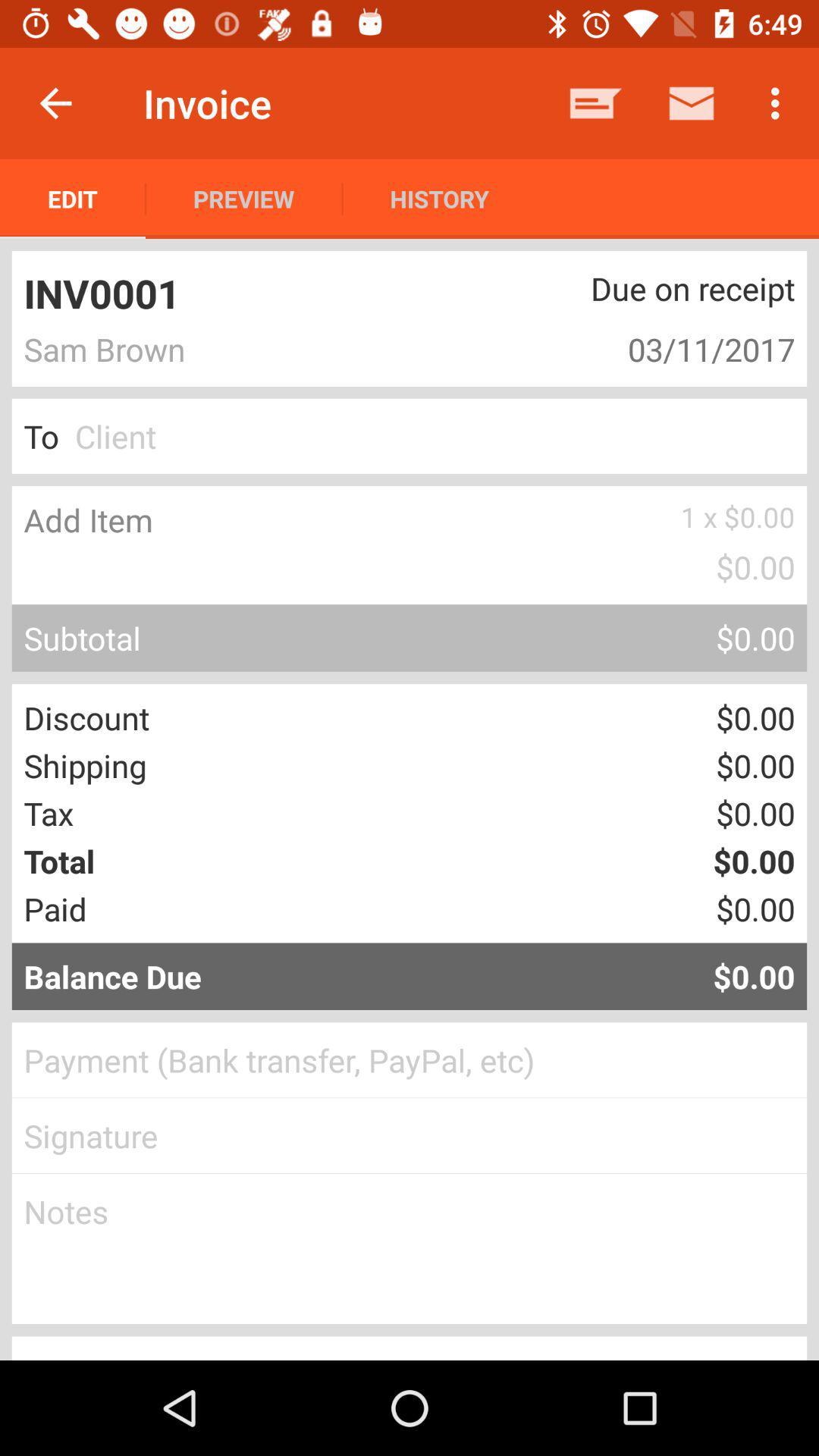 Image resolution: width=819 pixels, height=1456 pixels. Describe the element at coordinates (409, 1248) in the screenshot. I see `edit the notes field` at that location.